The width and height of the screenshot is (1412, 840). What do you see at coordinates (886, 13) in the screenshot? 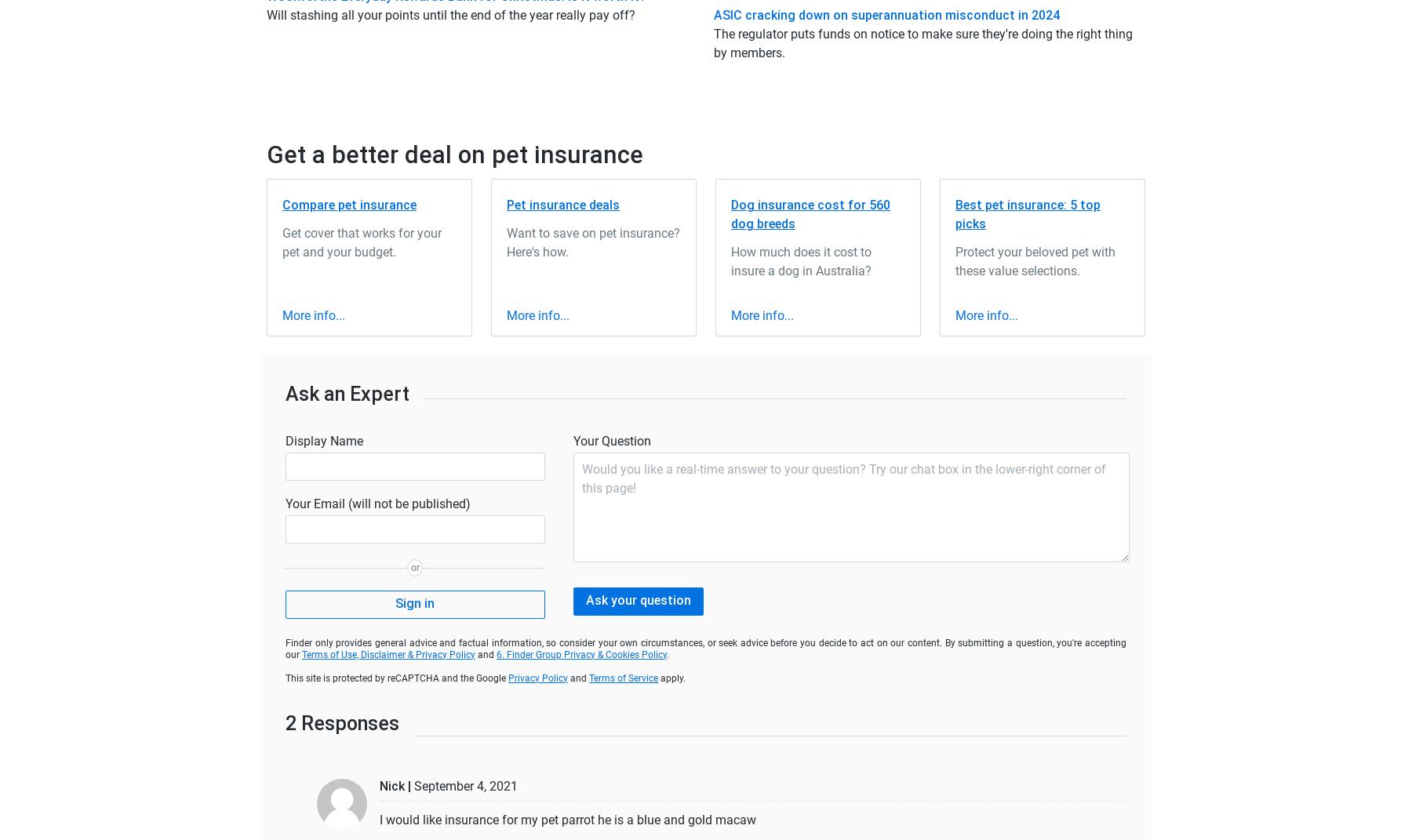
I see `'ASIC cracking down on superannuation misconduct in 2024'` at bounding box center [886, 13].